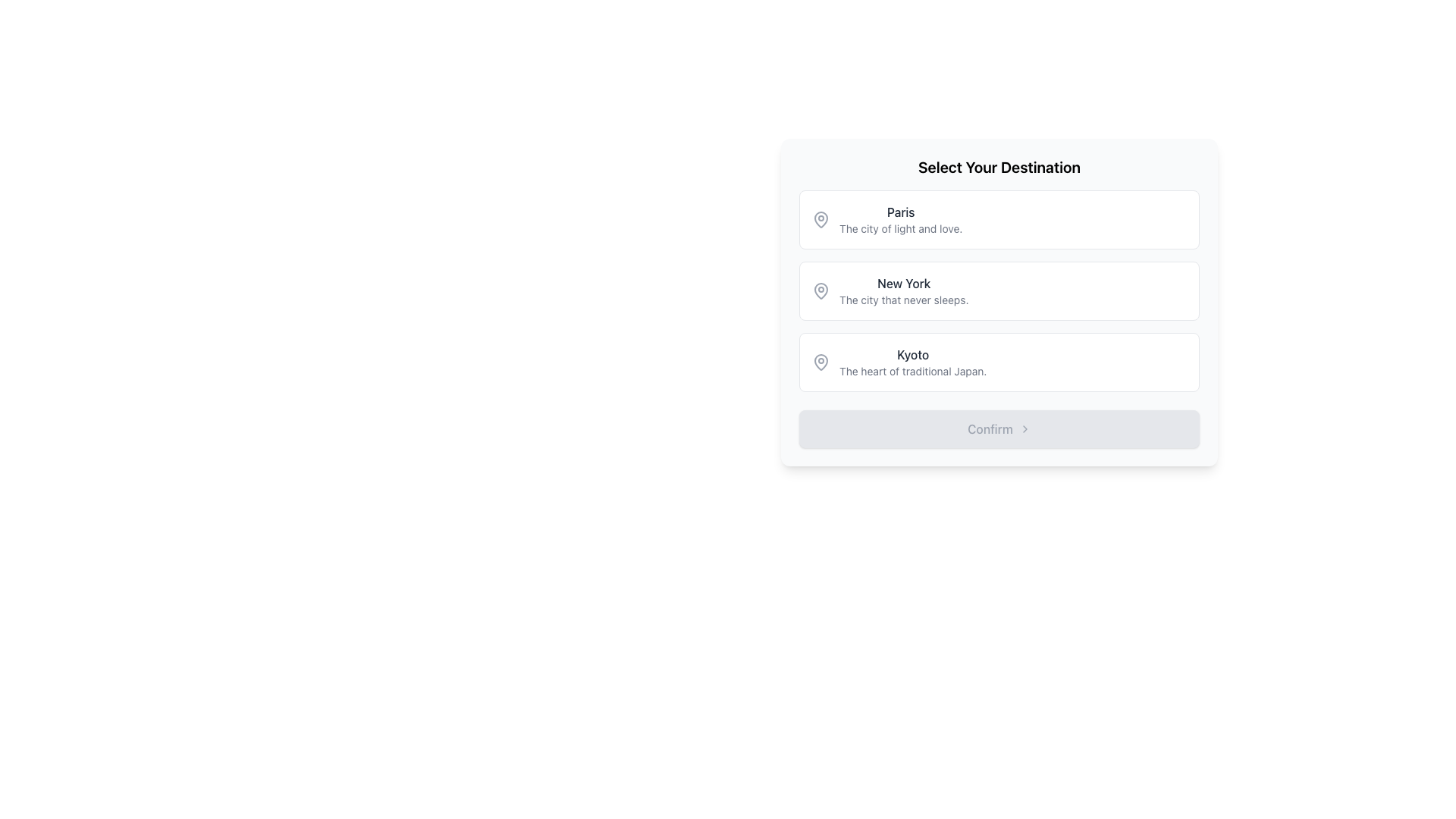 The width and height of the screenshot is (1456, 819). I want to click on the location pin icon that is visually styled with a circular base and positioned beside the text 'Paris: The city of light and love', so click(821, 219).